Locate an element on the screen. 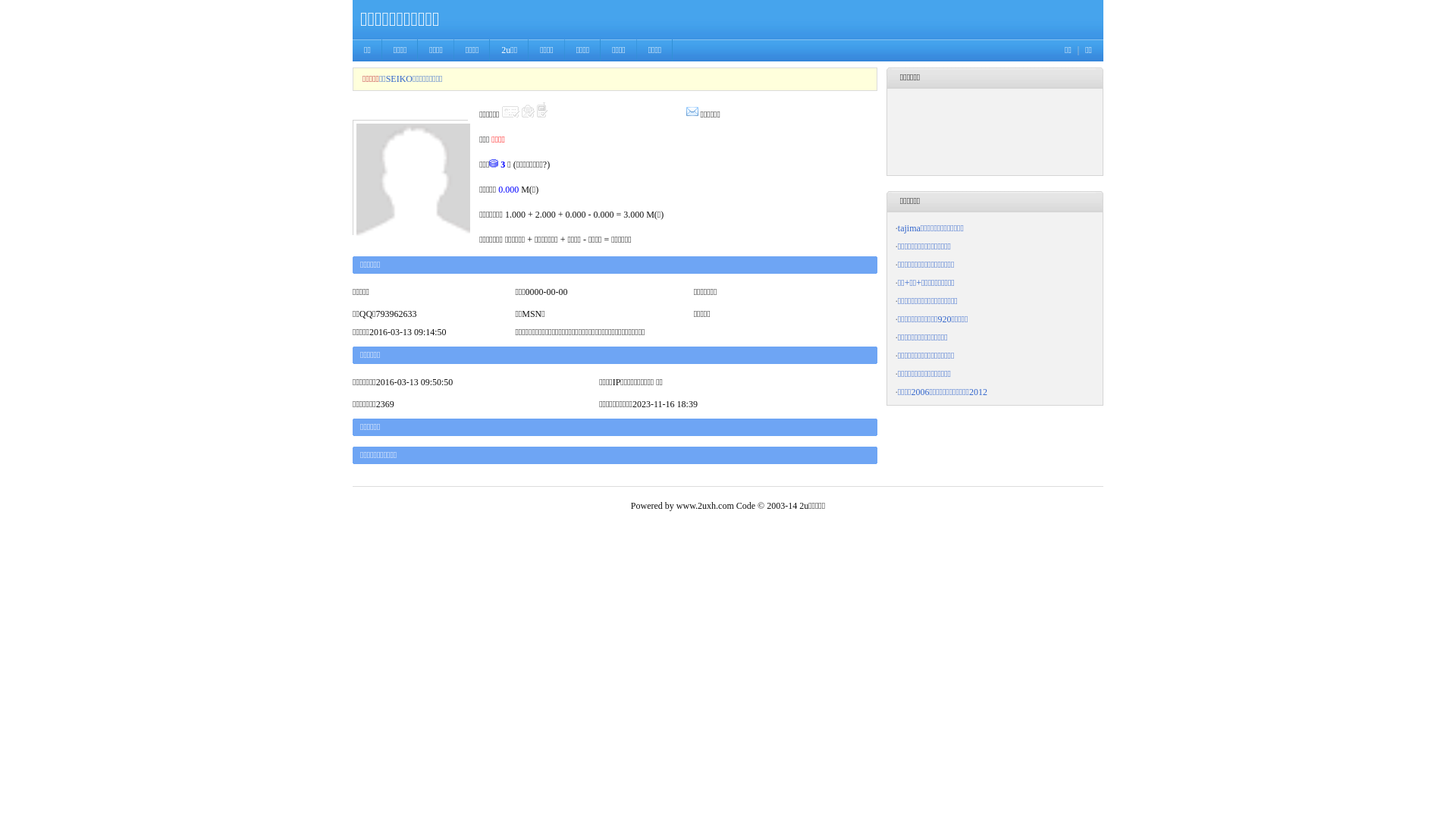  'www.2uxh.com' is located at coordinates (704, 506).